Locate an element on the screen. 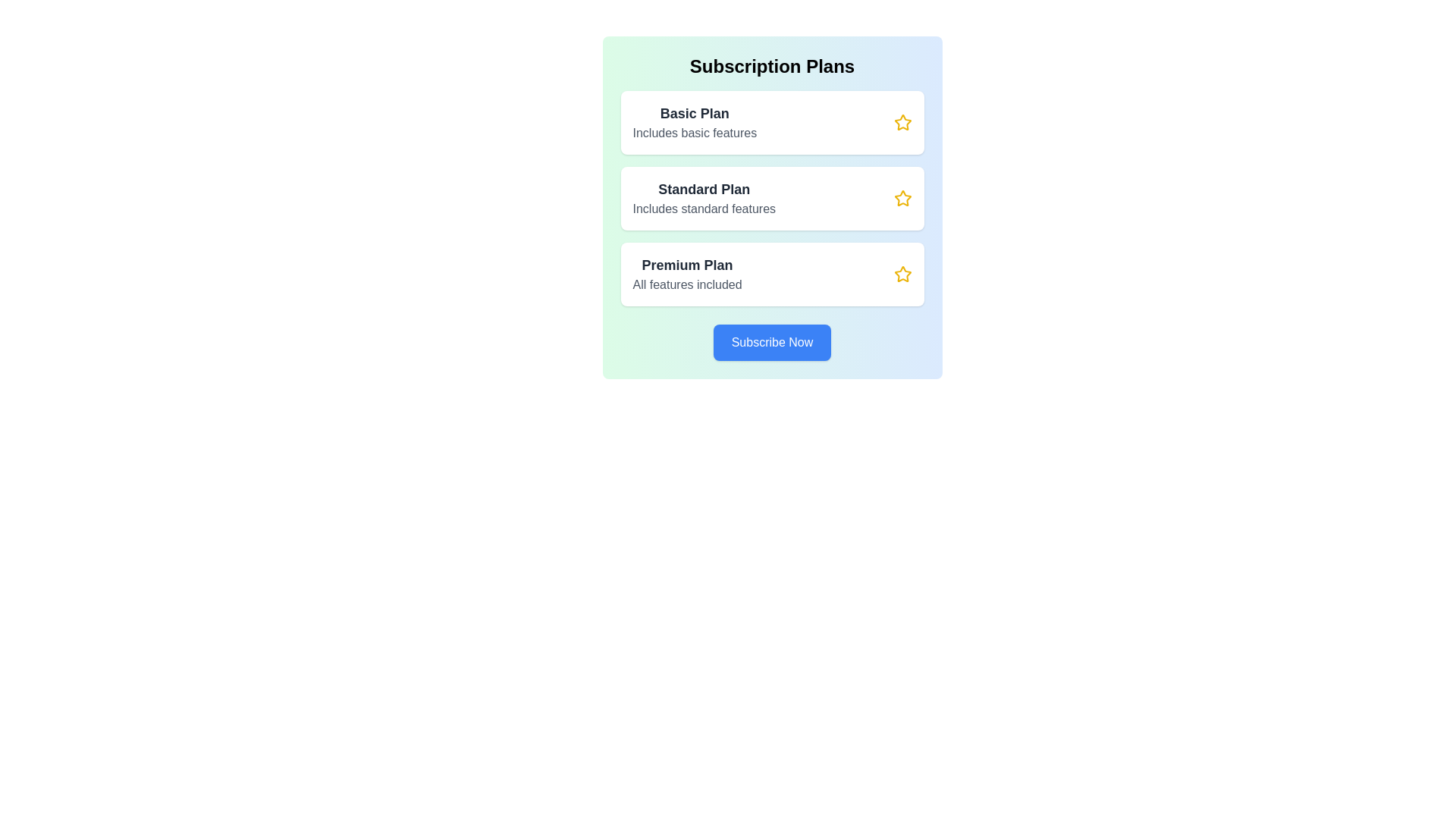 Image resolution: width=1456 pixels, height=819 pixels. 'Subscribe Now' button is located at coordinates (772, 342).